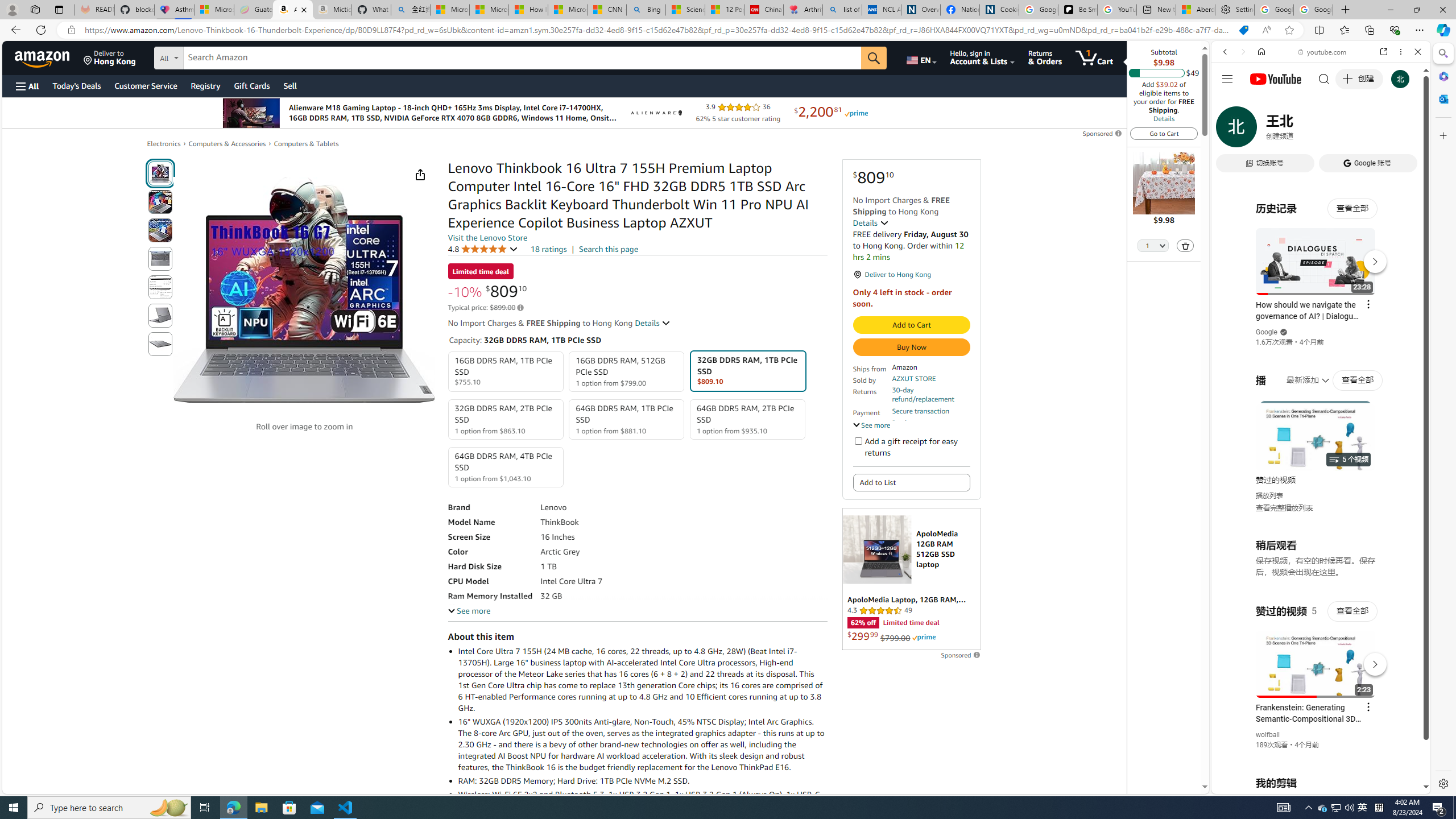 The height and width of the screenshot is (819, 1456). I want to click on 'NCL Adult Asthma Inhaler Choice Guideline', so click(881, 9).